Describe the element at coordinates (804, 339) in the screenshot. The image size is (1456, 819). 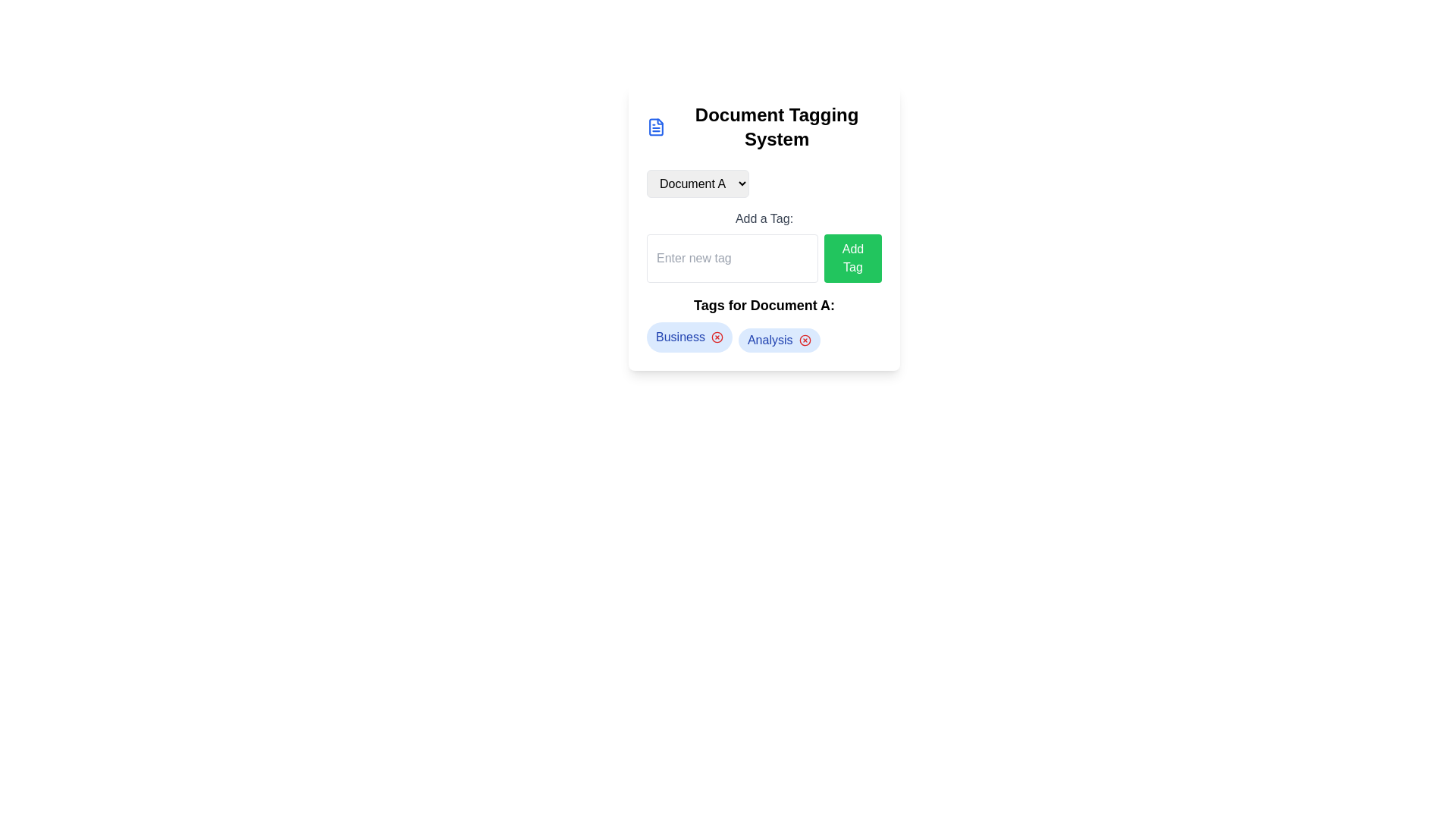
I see `the delete icon button located to the right of the 'Analysis' tag text` at that location.